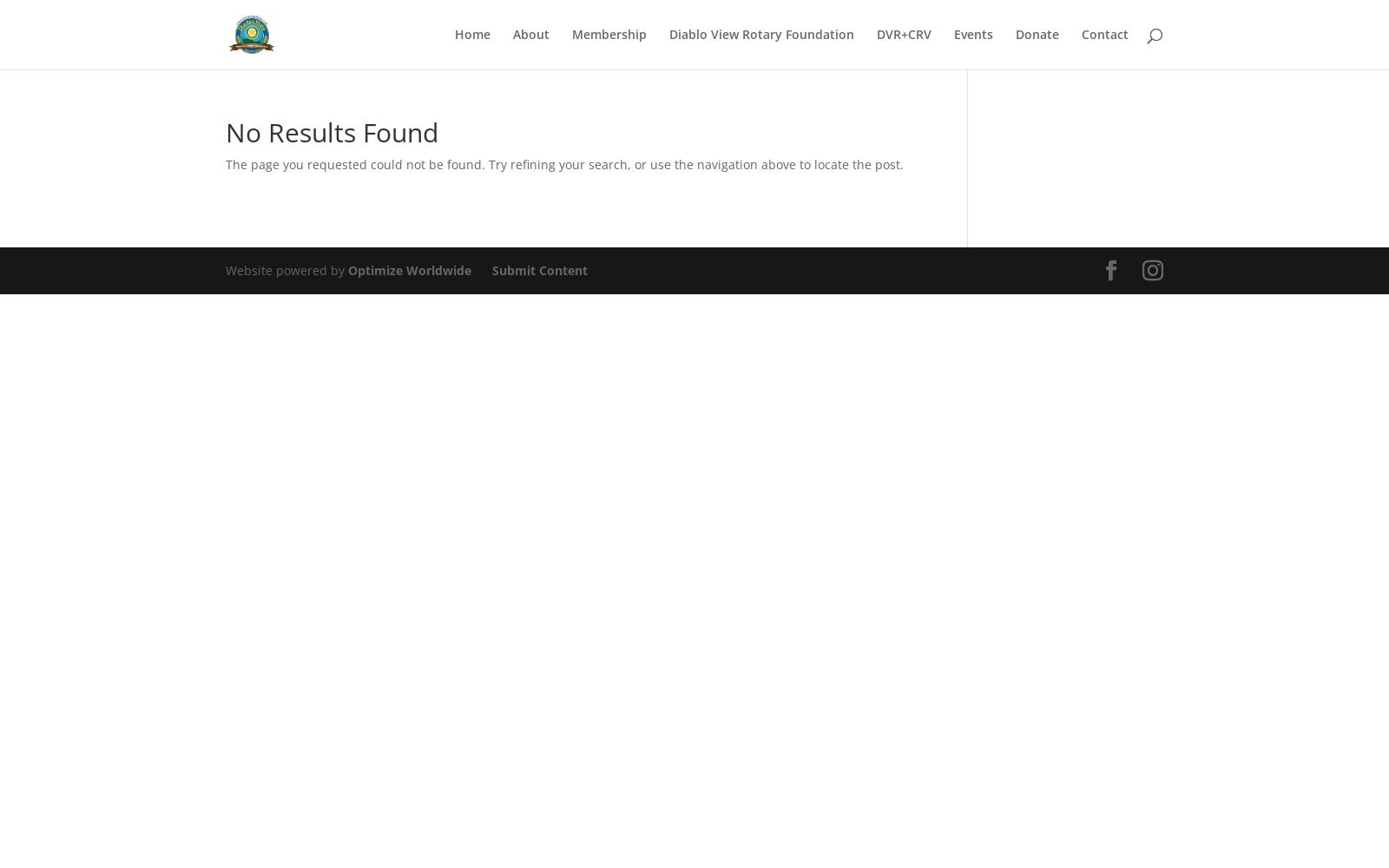 The width and height of the screenshot is (1389, 868). I want to click on 'Website powered by', so click(286, 269).